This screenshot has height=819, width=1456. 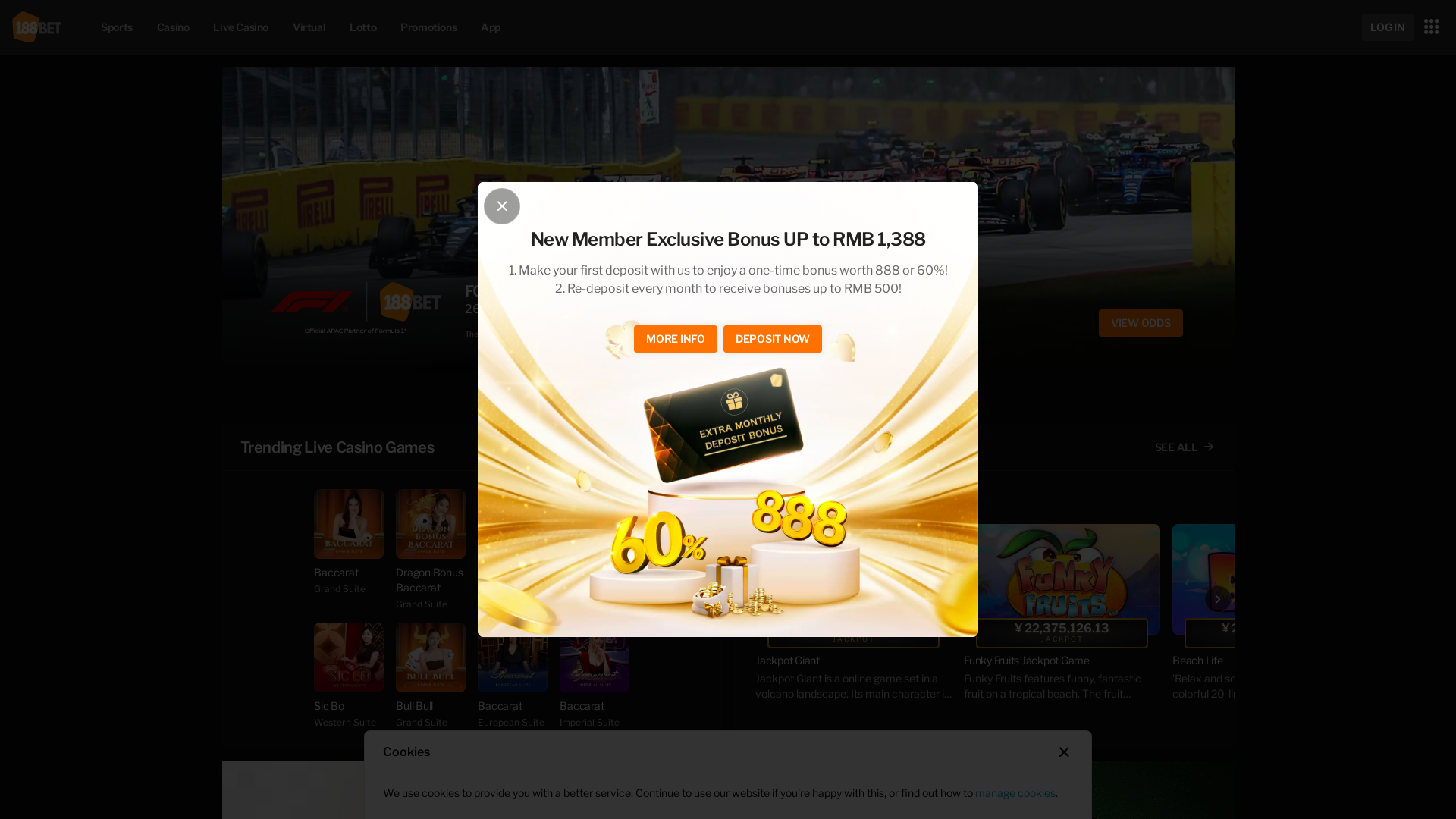 I want to click on 'Casino', so click(x=173, y=26).